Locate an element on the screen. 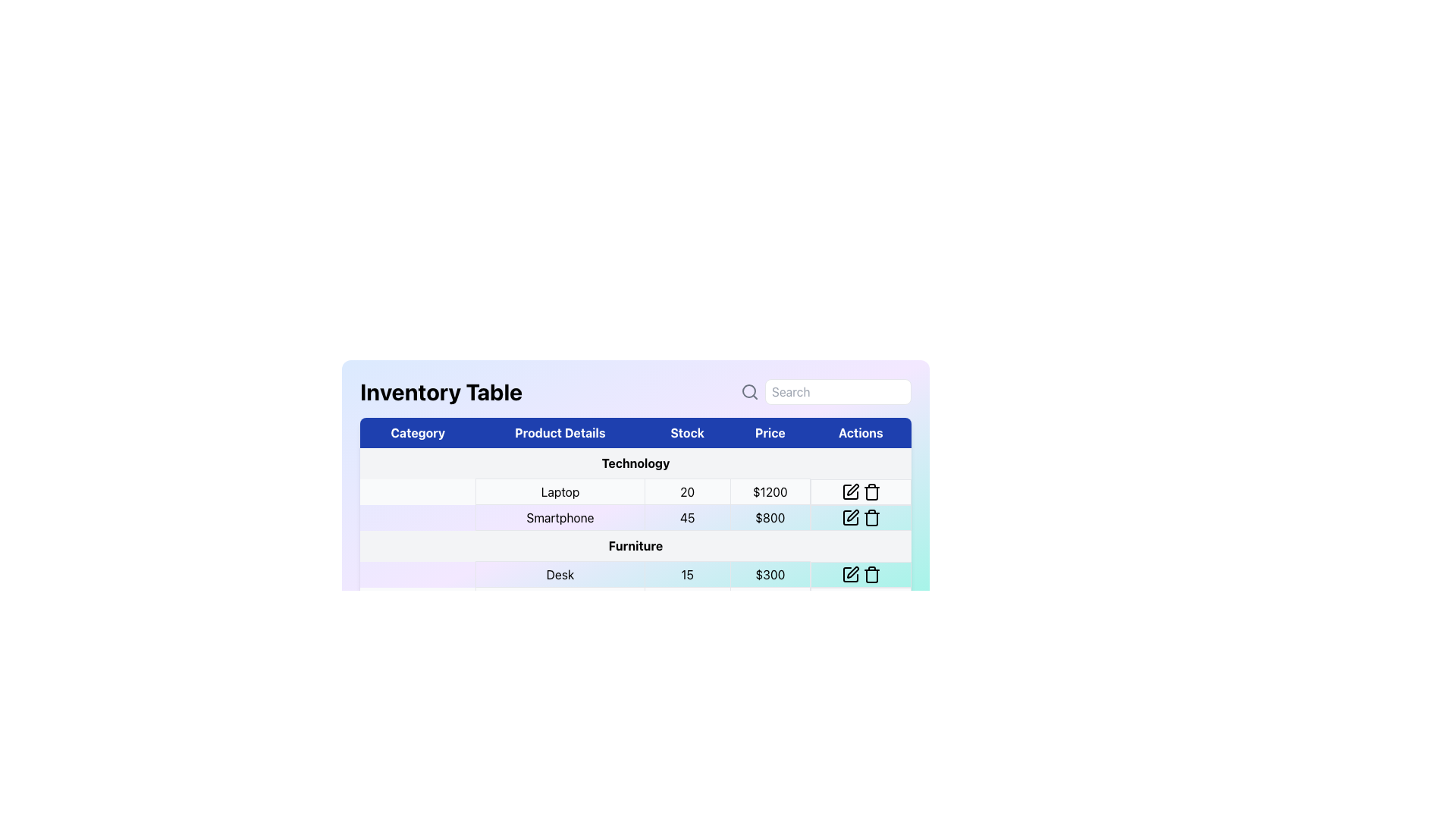 This screenshot has height=819, width=1456. text displayed in the TextLabel that identifies the product as 'Laptop', located in the second column of the second row of the 'Product Details' section in the 'Inventory Table' is located at coordinates (560, 491).